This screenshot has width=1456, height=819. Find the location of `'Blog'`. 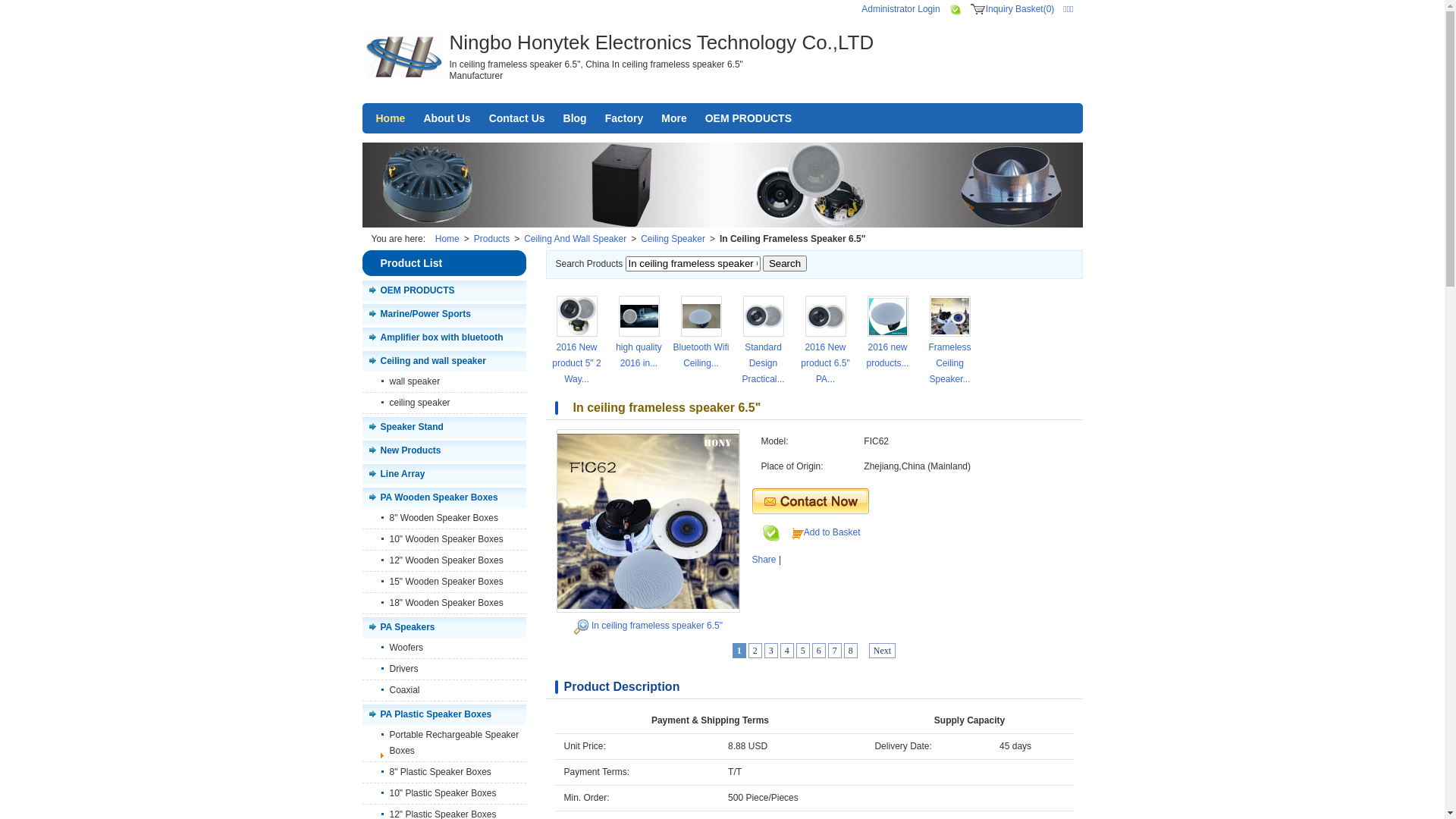

'Blog' is located at coordinates (574, 117).